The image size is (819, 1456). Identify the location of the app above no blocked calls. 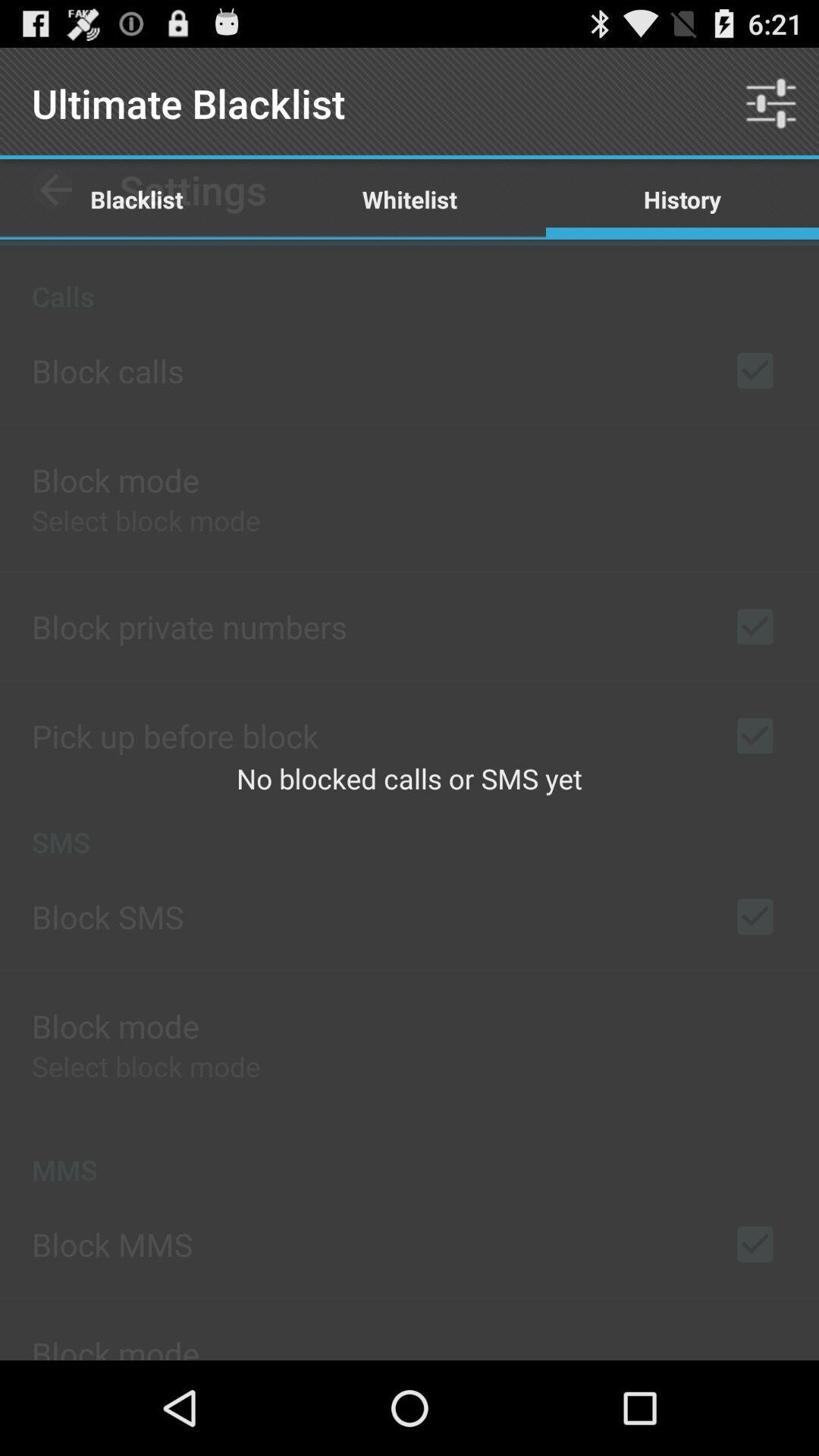
(681, 198).